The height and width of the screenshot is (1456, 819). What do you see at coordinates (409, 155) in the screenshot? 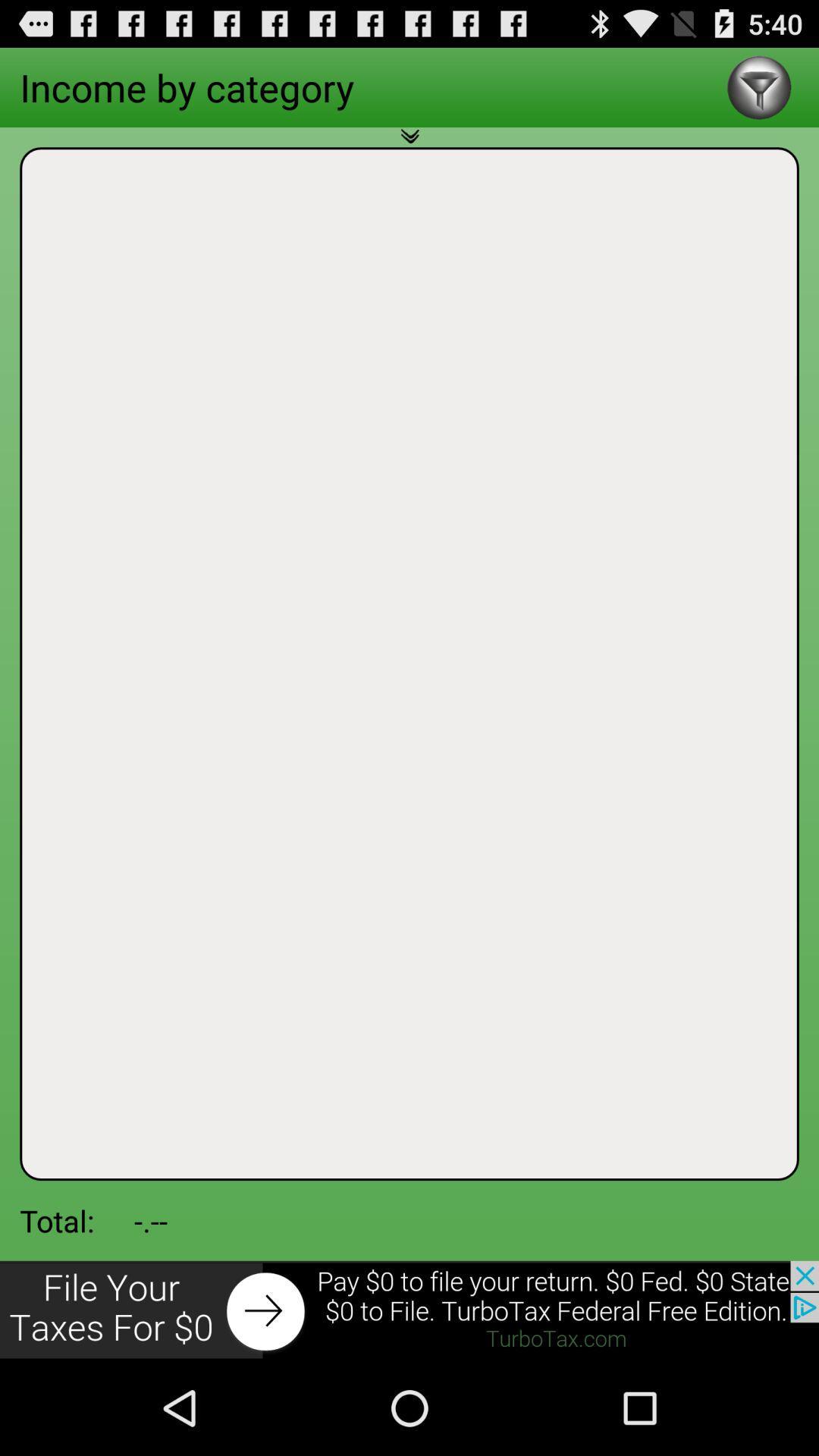
I see `the expand_more icon` at bounding box center [409, 155].